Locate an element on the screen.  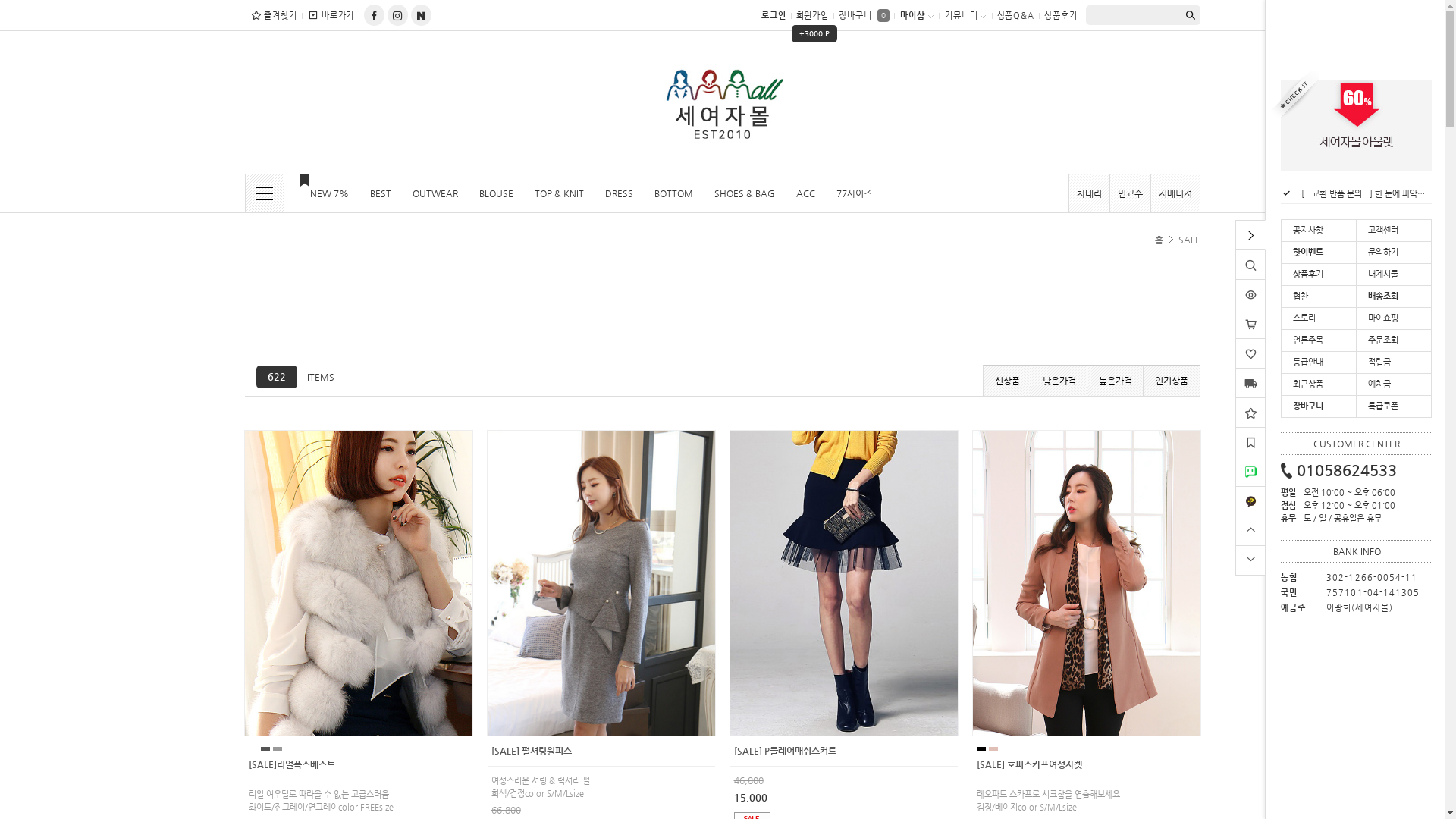
'SHOES & BAG' is located at coordinates (702, 192).